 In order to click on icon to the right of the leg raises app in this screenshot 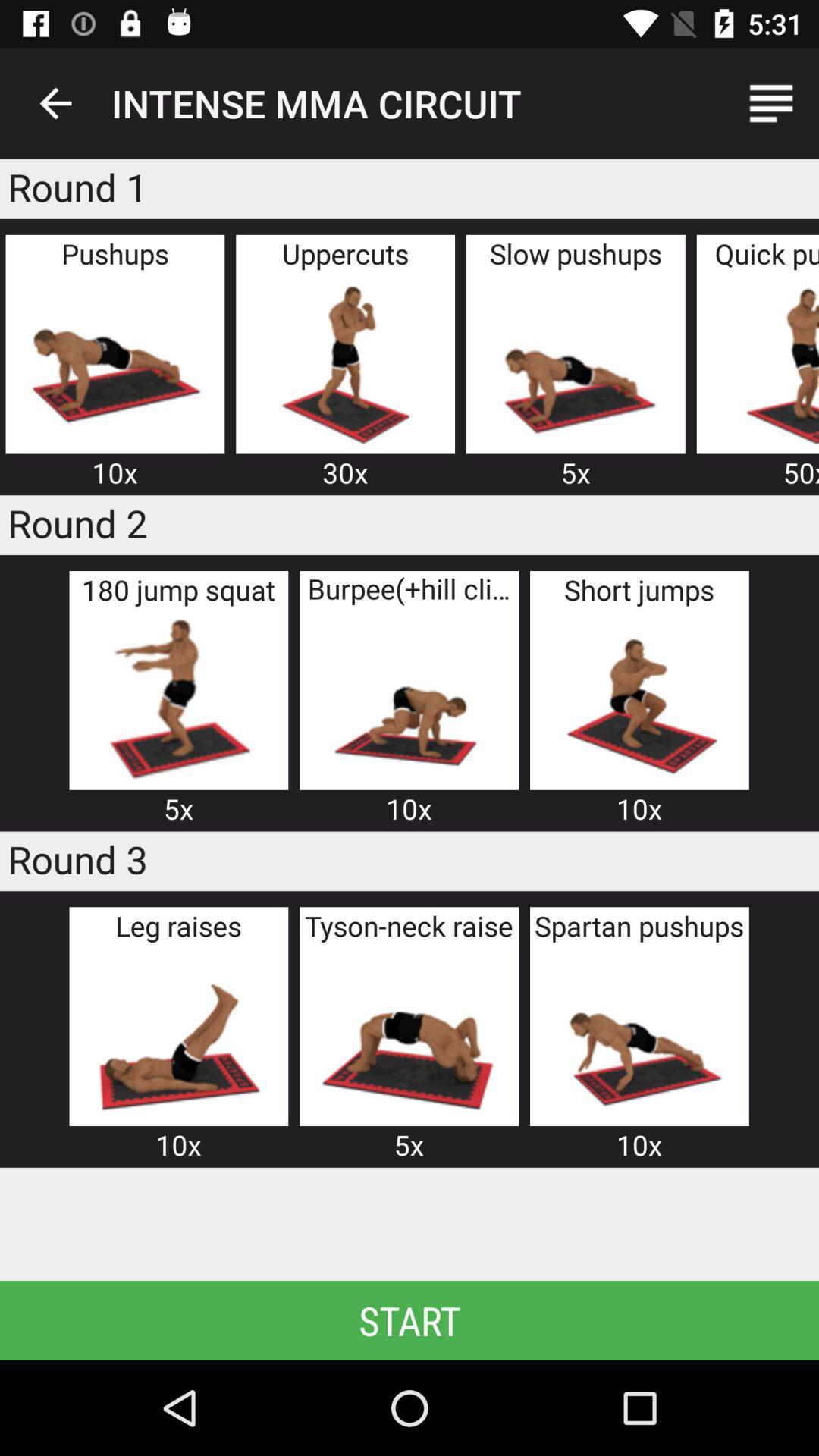, I will do `click(408, 1034)`.